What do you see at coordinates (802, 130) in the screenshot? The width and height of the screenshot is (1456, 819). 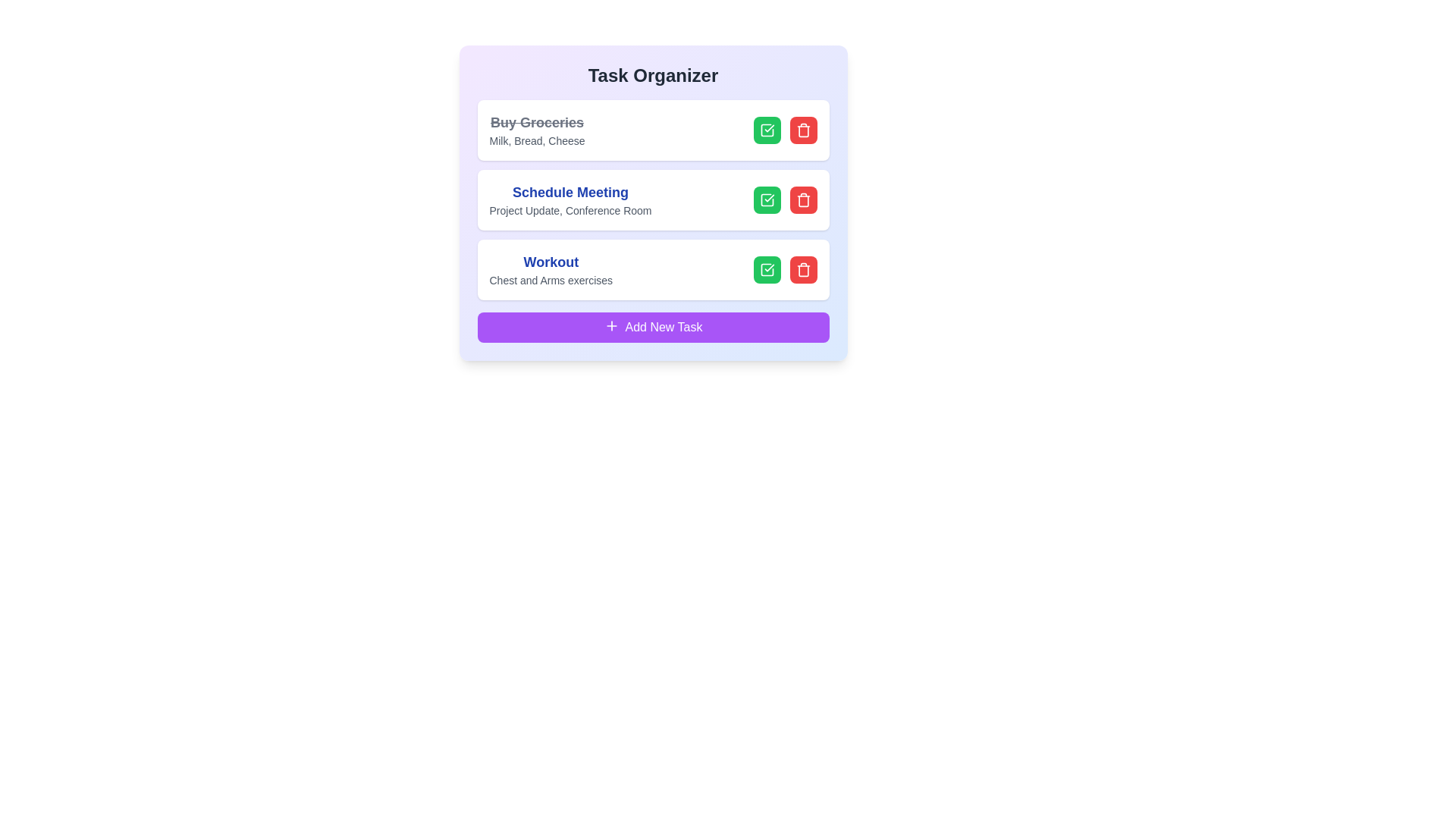 I see `the delete button for the task named Buy Groceries` at bounding box center [802, 130].